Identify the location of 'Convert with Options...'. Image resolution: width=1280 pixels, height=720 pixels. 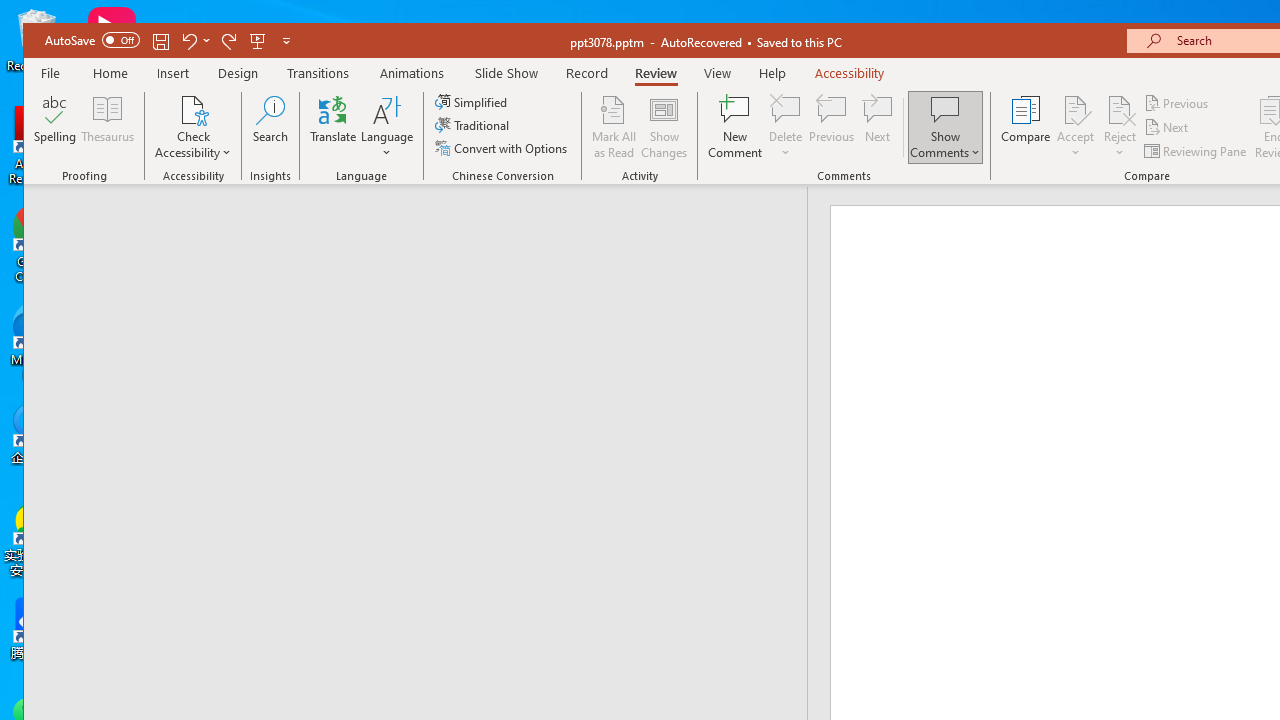
(503, 147).